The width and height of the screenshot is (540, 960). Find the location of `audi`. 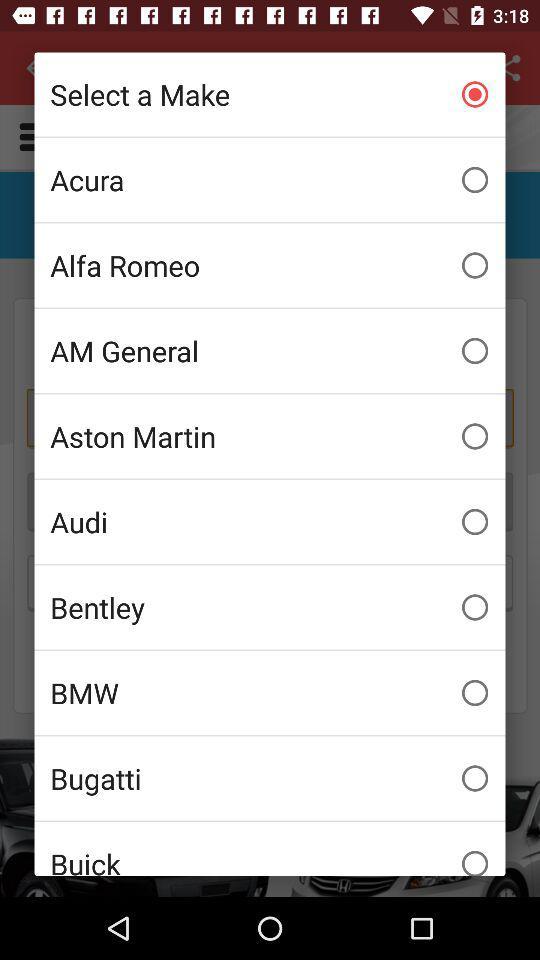

audi is located at coordinates (270, 520).